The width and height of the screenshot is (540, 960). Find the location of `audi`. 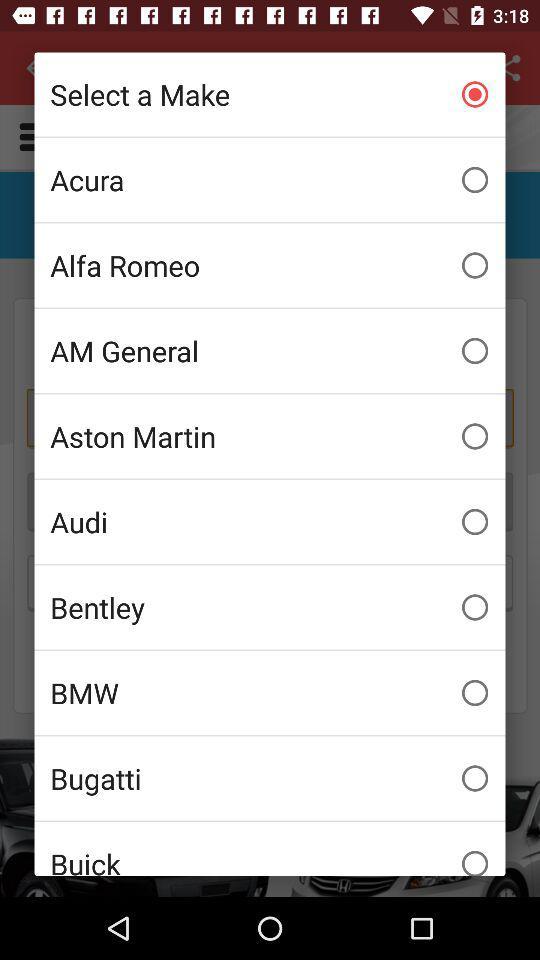

audi is located at coordinates (270, 520).